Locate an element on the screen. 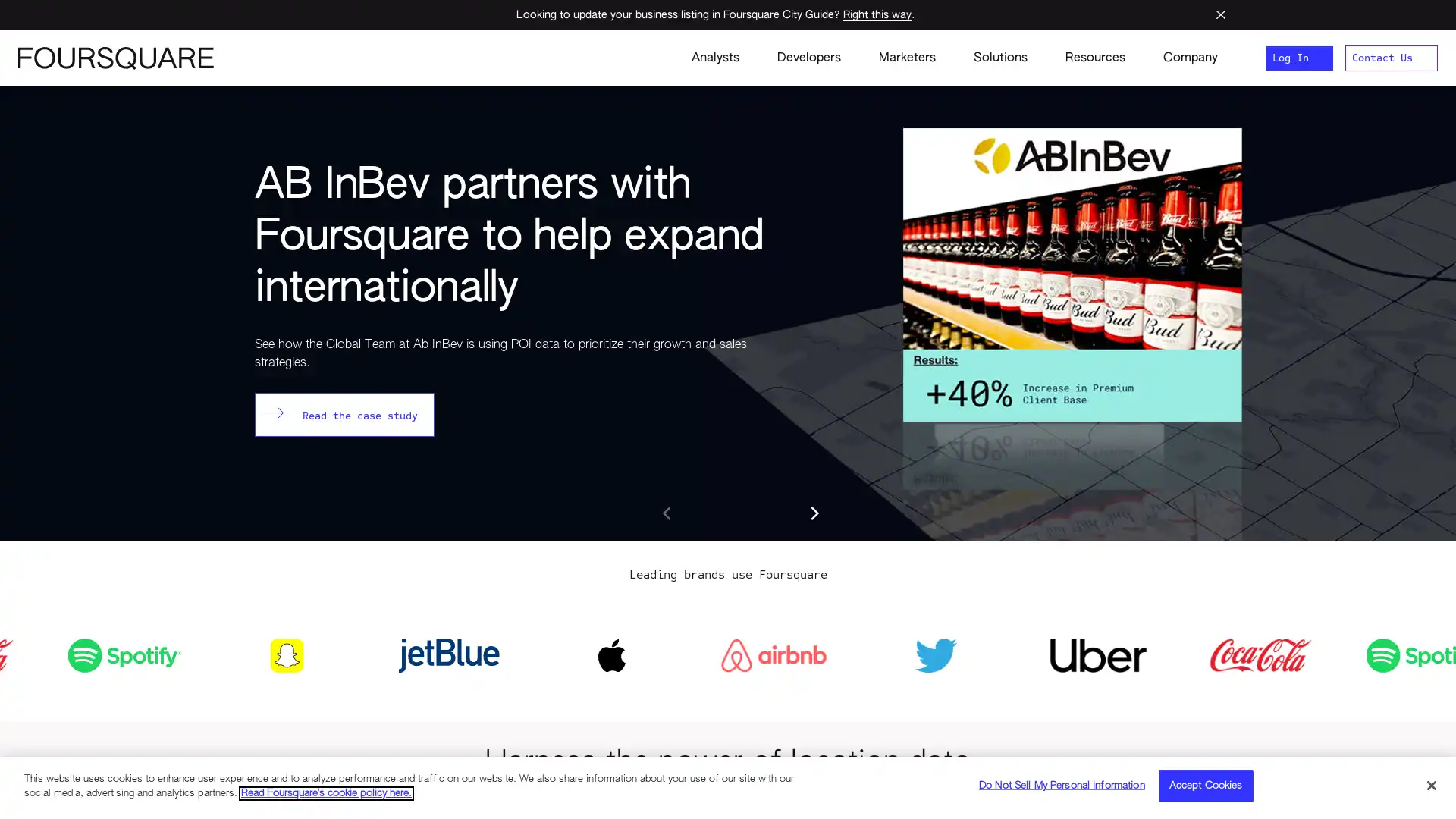 This screenshot has height=819, width=1456. close is located at coordinates (1220, 14).